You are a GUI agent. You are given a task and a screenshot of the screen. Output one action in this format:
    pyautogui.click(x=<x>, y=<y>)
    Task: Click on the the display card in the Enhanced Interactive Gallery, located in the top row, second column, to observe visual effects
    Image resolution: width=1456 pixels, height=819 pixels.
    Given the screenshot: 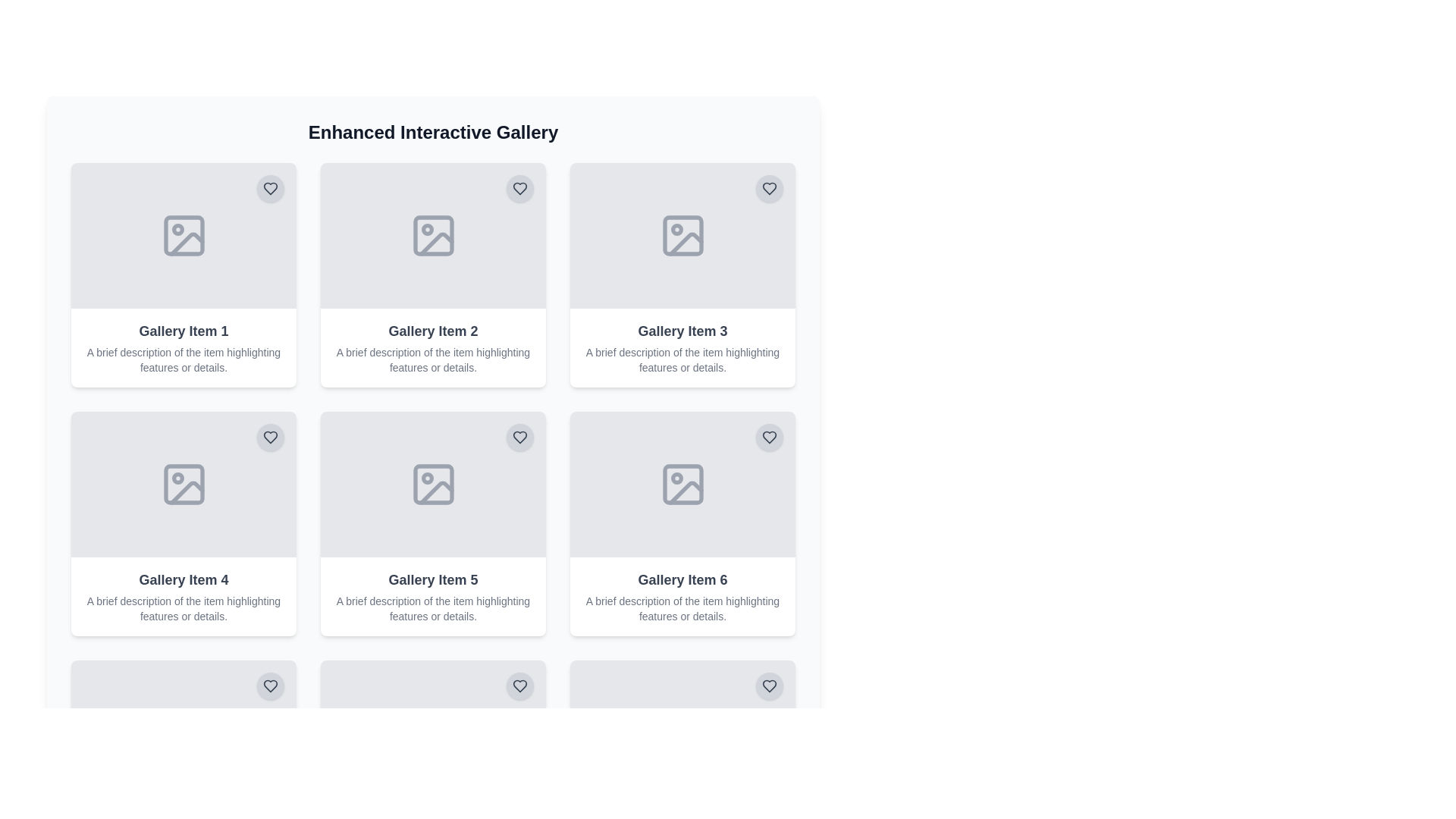 What is the action you would take?
    pyautogui.click(x=432, y=275)
    